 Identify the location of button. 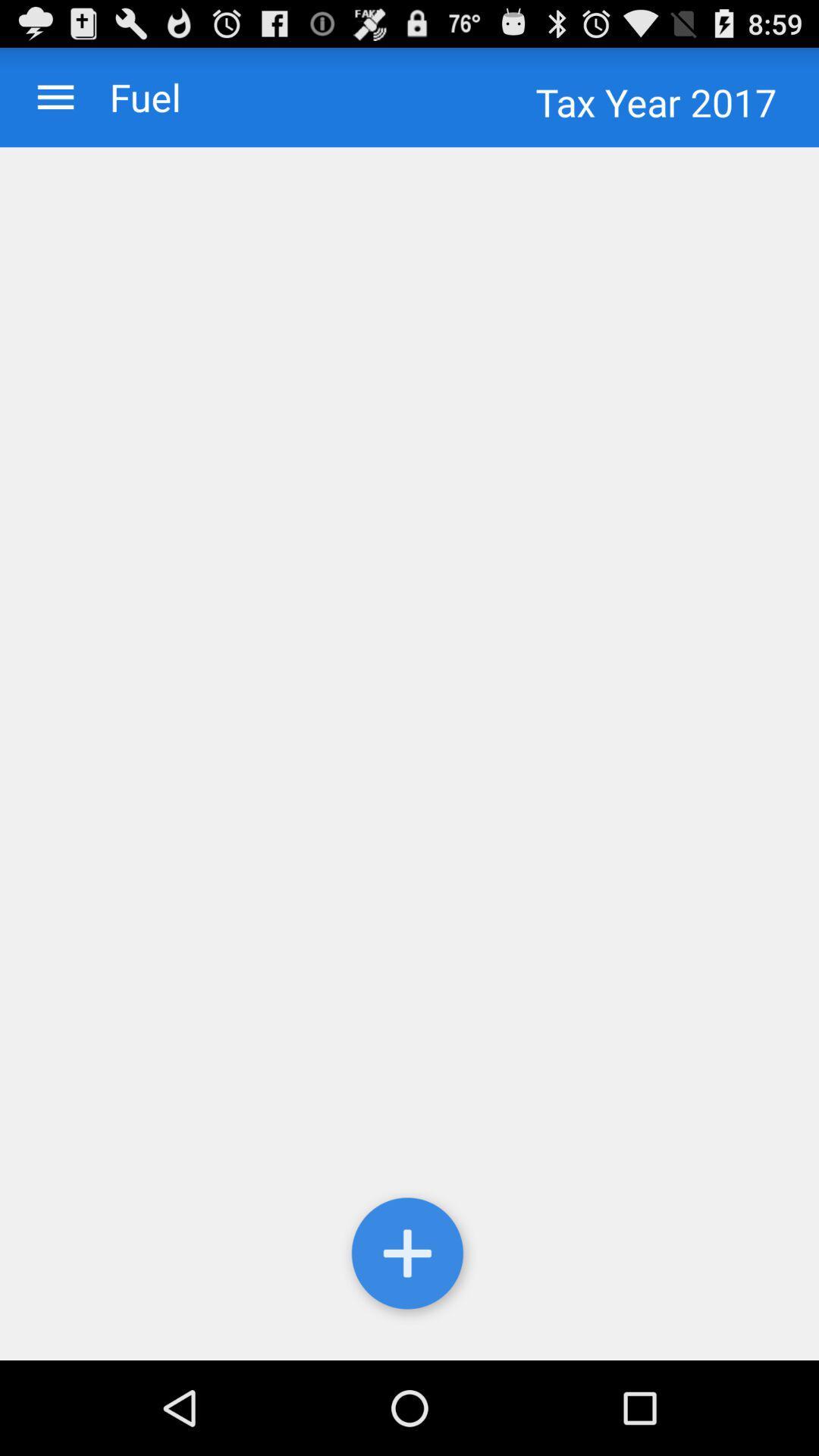
(409, 1257).